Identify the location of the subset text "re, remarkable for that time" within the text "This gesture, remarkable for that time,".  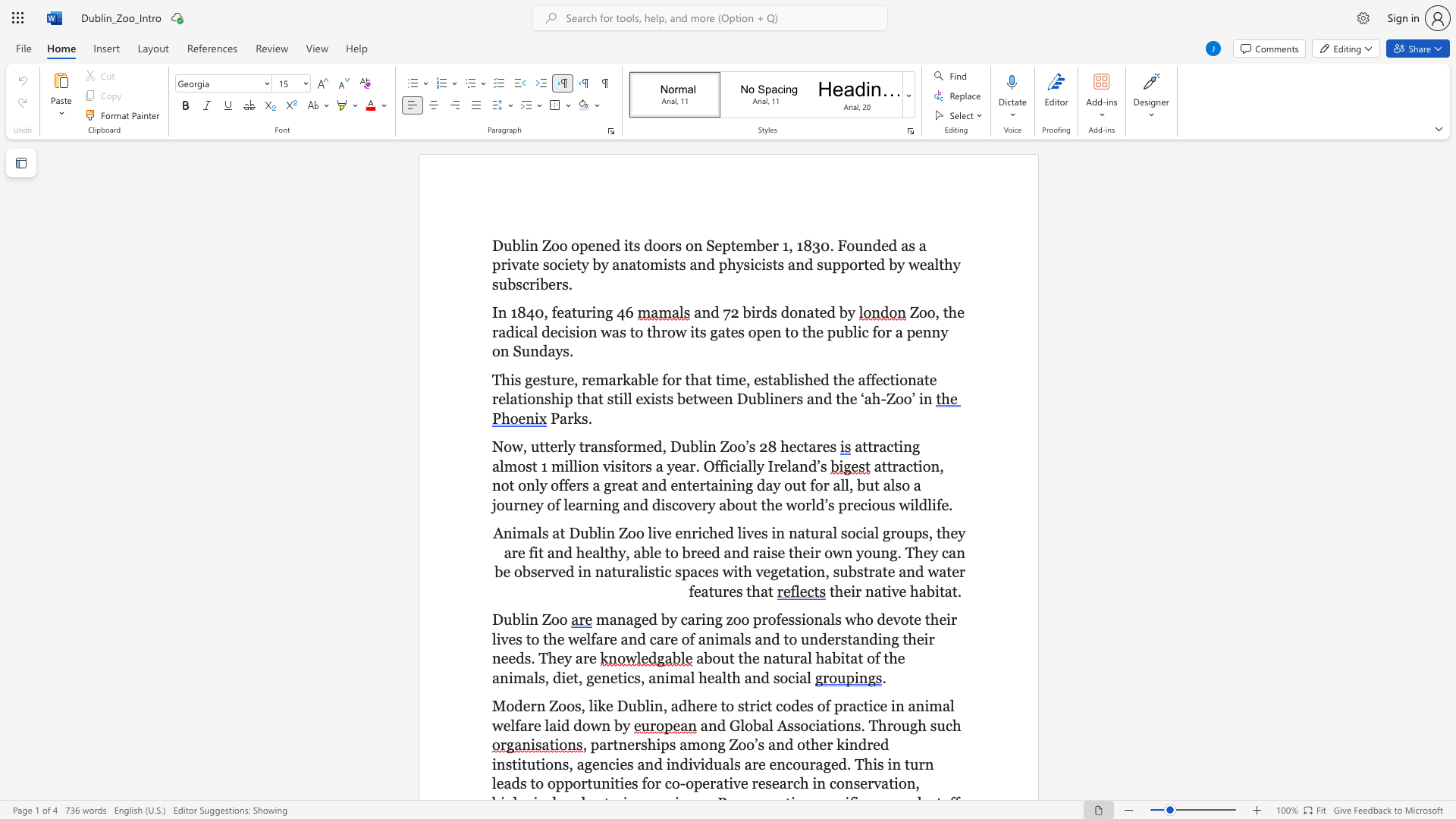
(560, 378).